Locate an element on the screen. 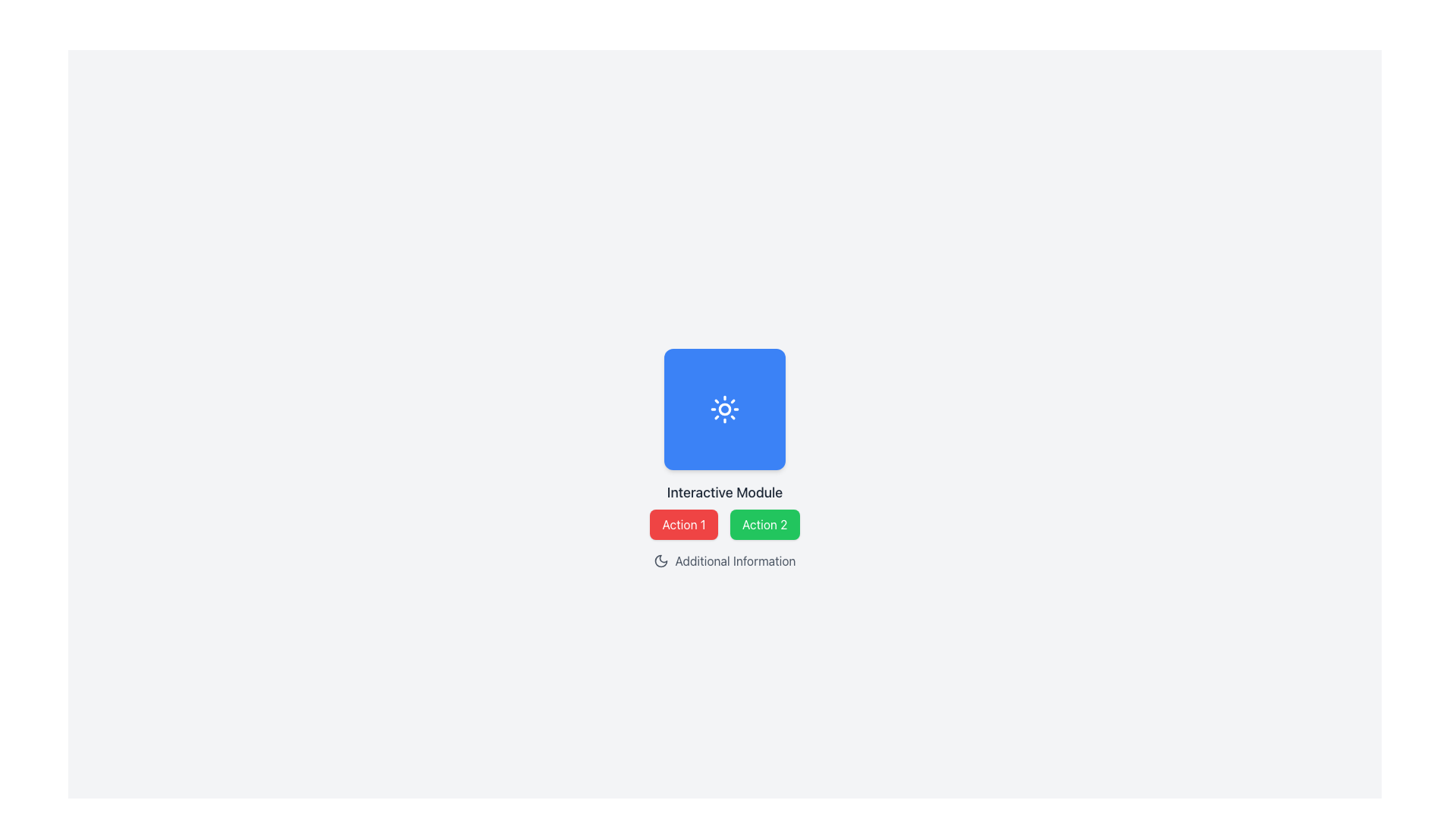  the text label displaying 'Additional Information' styled in gray font, which is located in the lower-center region of the interface to the right of a moon-shaped icon is located at coordinates (735, 561).